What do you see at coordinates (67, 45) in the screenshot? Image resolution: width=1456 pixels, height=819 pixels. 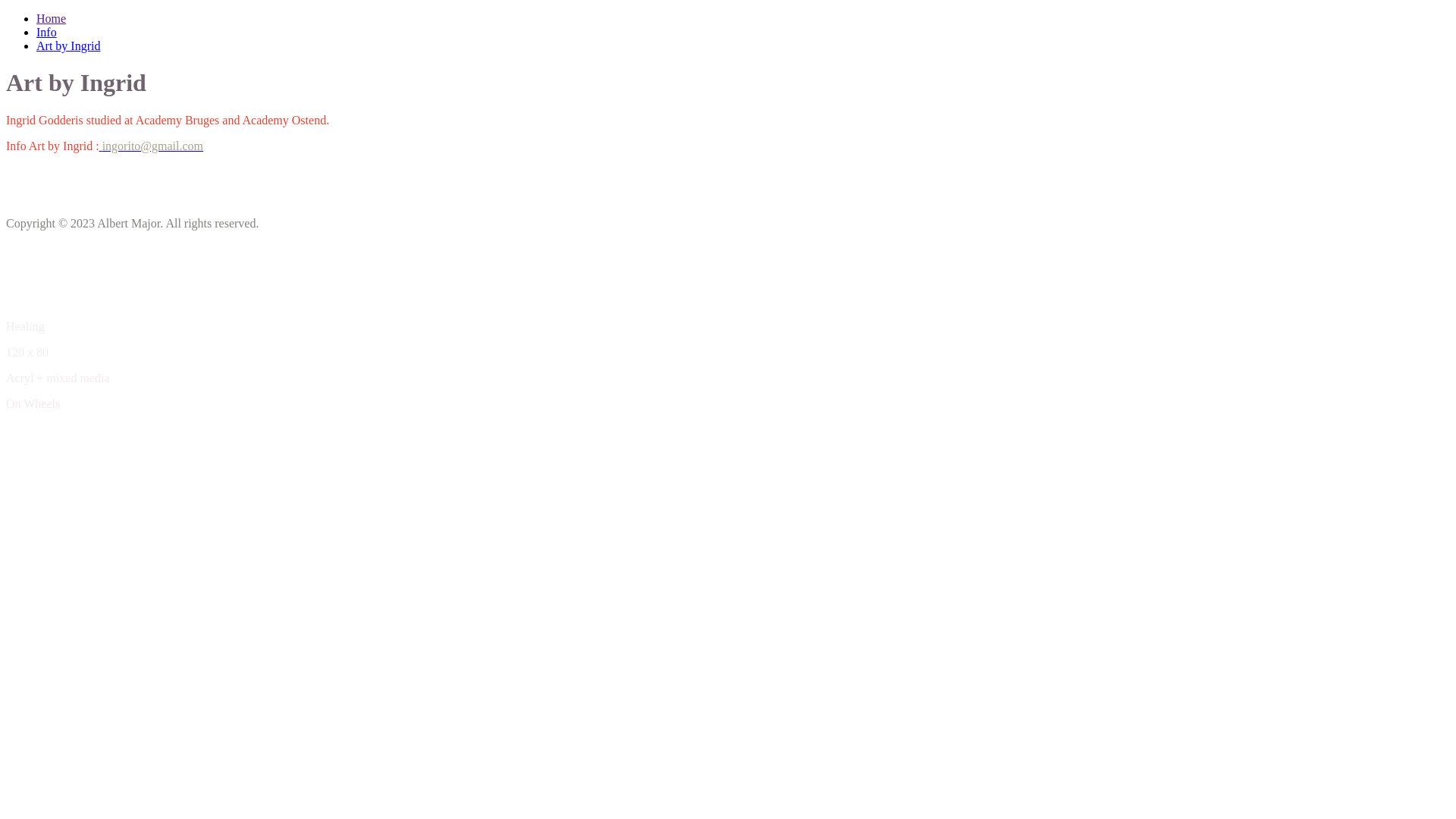 I see `'Art by Ingrid'` at bounding box center [67, 45].